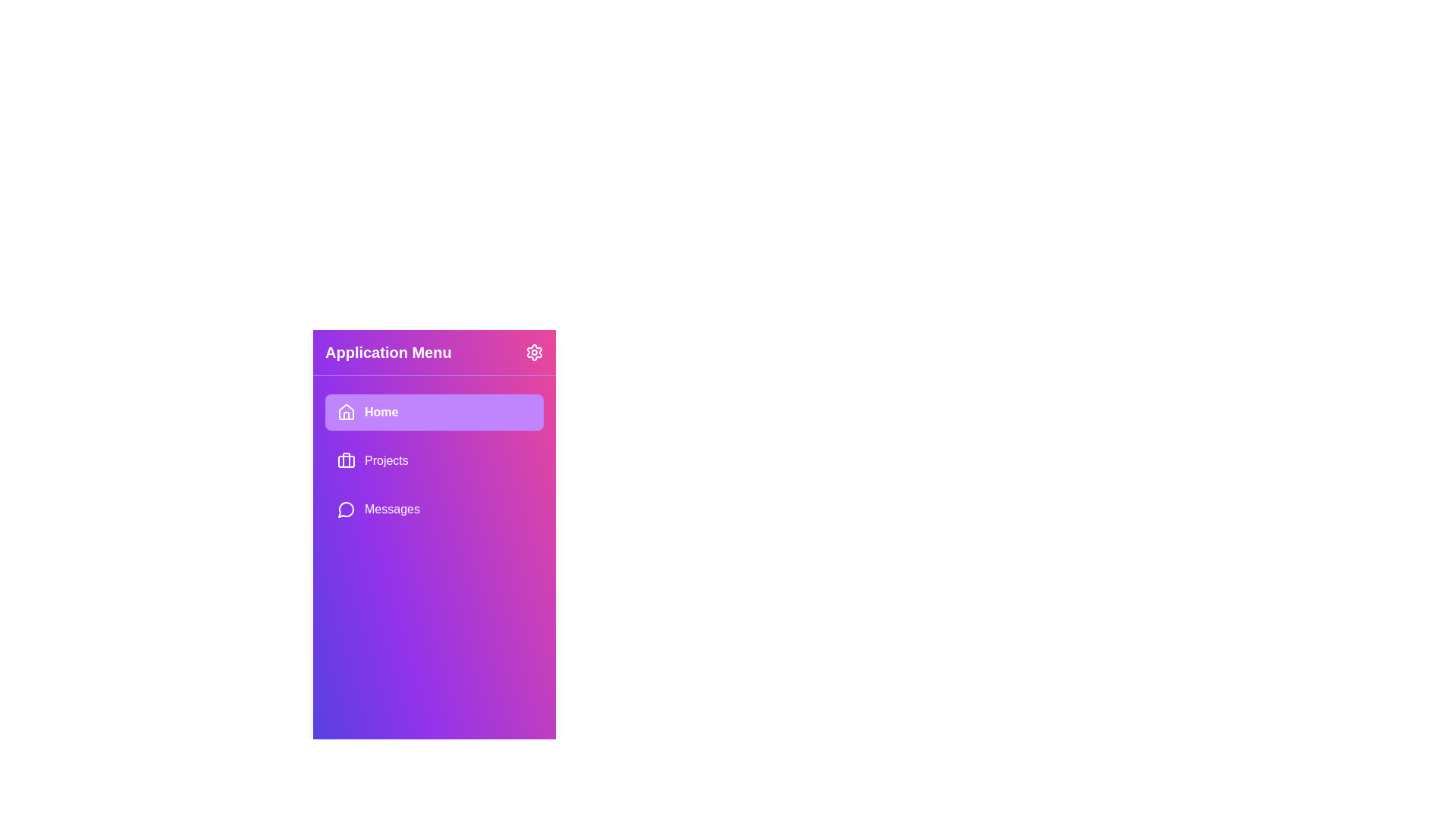 This screenshot has height=819, width=1456. I want to click on the settings icon located at the top-right corner of the Application Menu, so click(535, 353).